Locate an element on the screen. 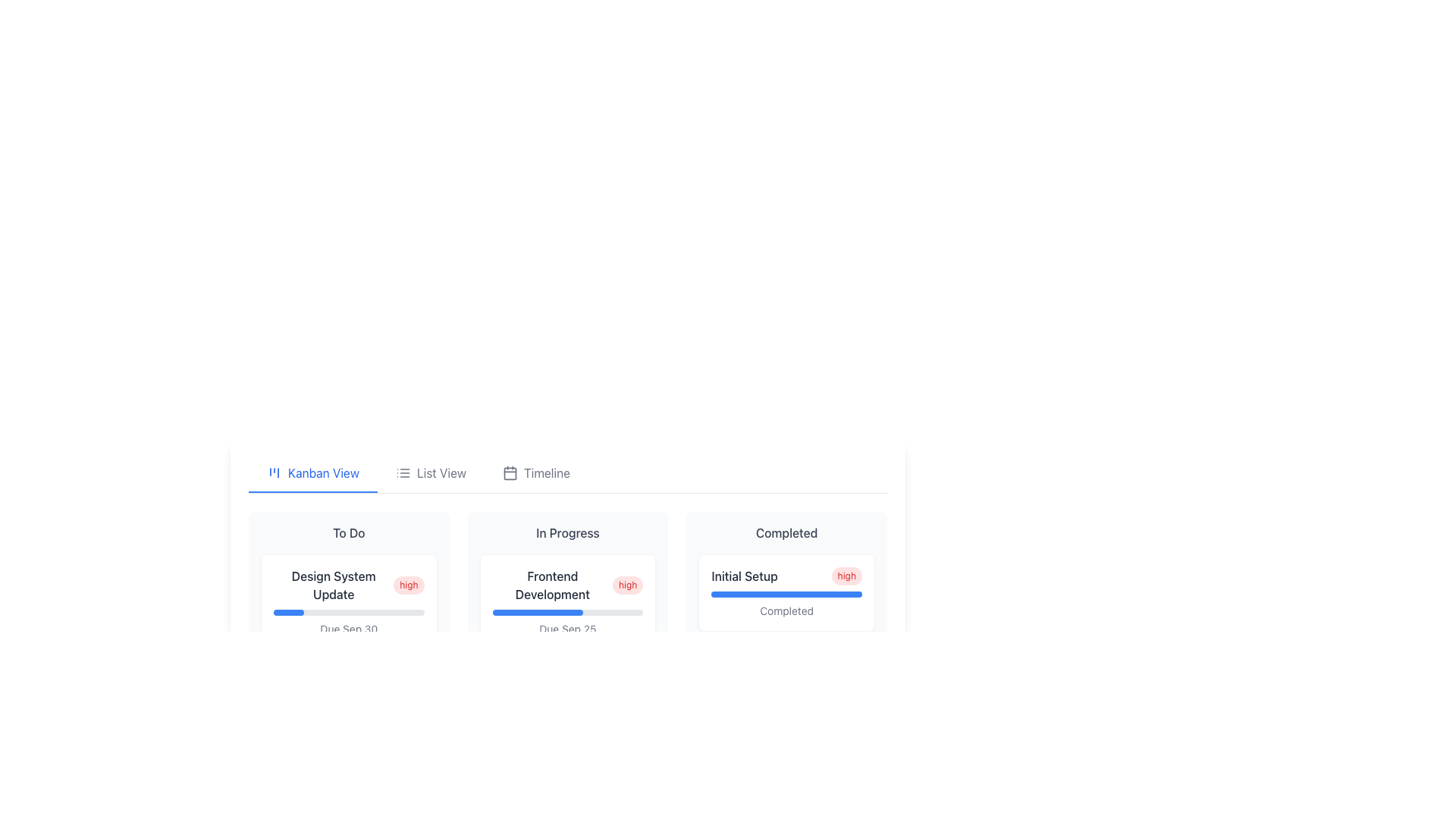 This screenshot has height=819, width=1456. the 'Frontend Development' task card is located at coordinates (566, 605).